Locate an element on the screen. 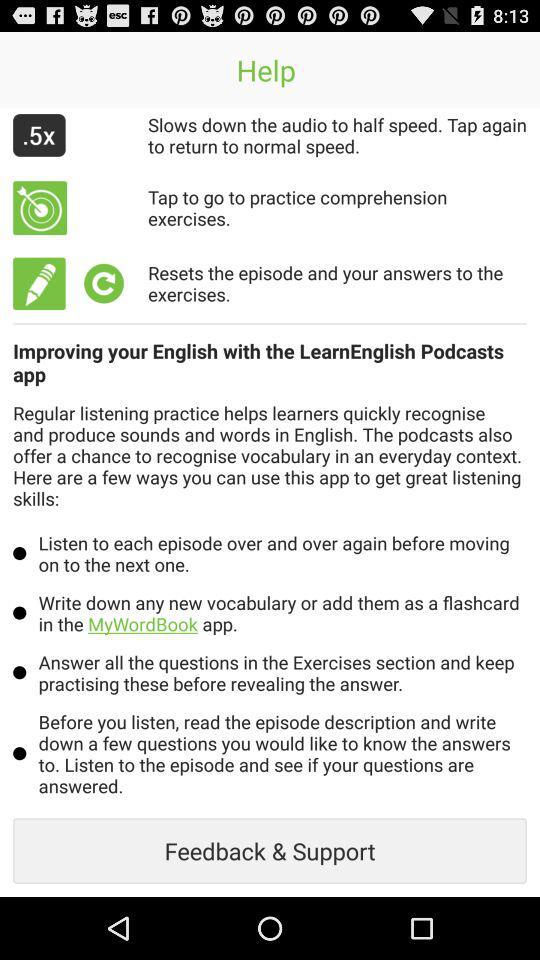 Image resolution: width=540 pixels, height=960 pixels. feedback & support item is located at coordinates (270, 850).